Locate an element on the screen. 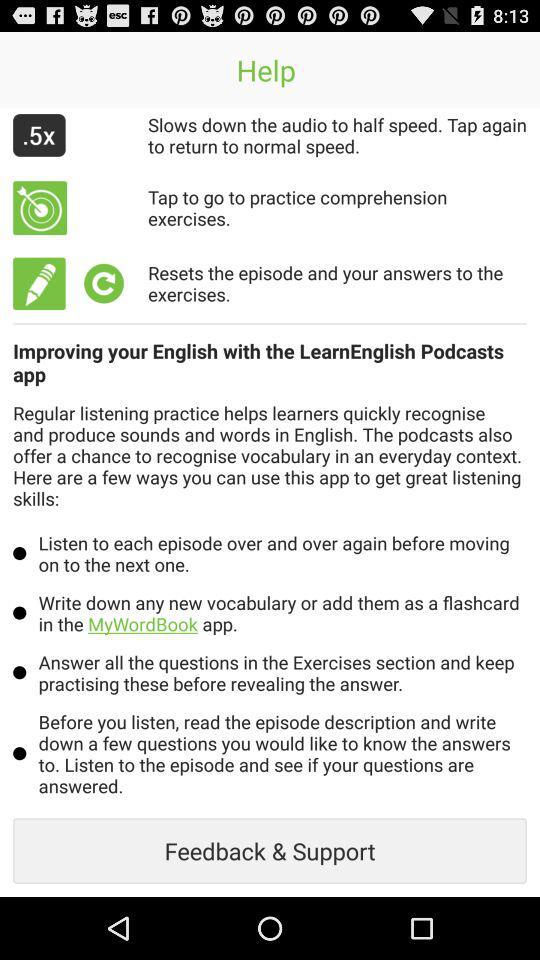 Image resolution: width=540 pixels, height=960 pixels. feedback & support item is located at coordinates (270, 850).